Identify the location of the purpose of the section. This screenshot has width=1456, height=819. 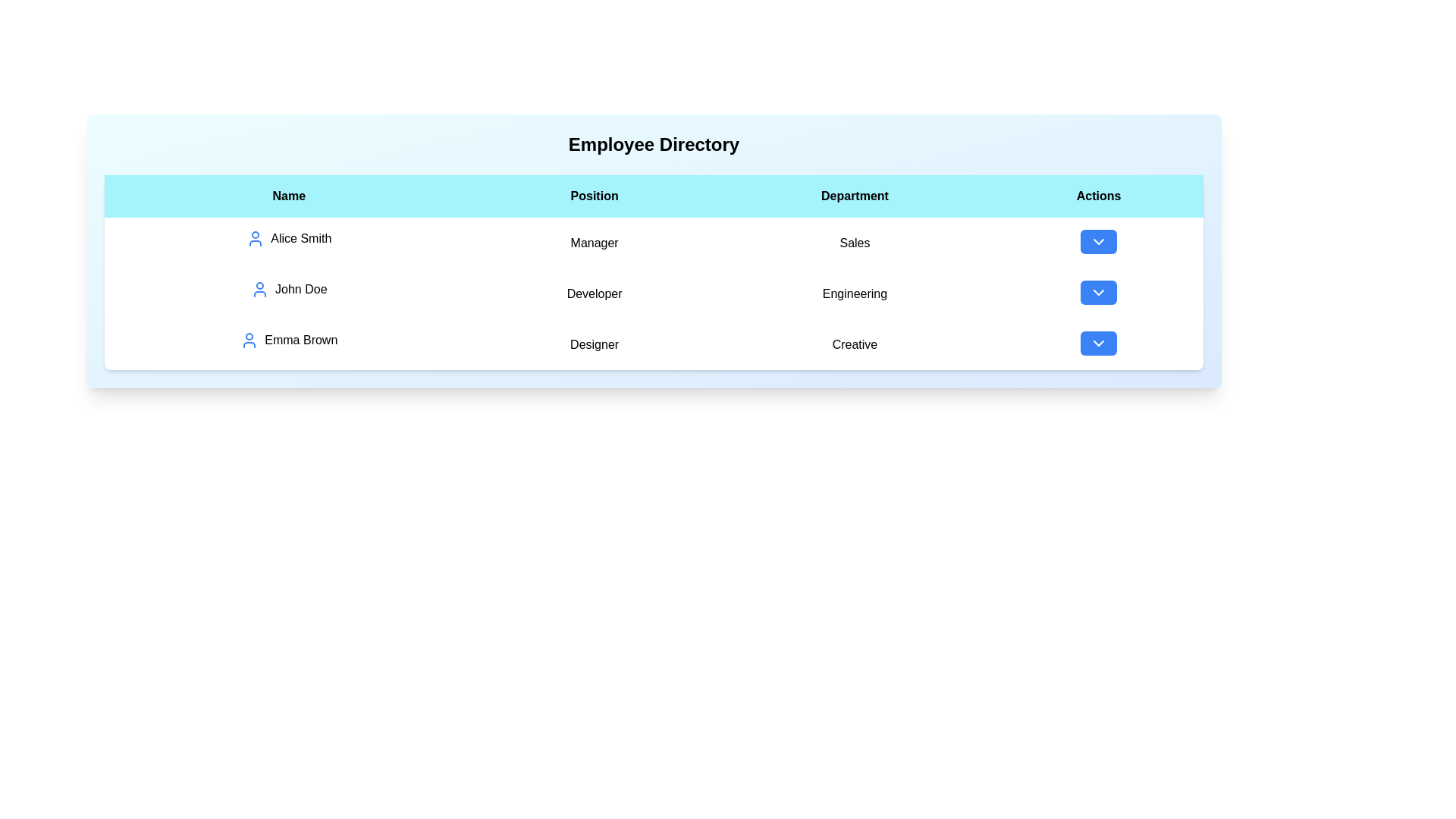
(654, 145).